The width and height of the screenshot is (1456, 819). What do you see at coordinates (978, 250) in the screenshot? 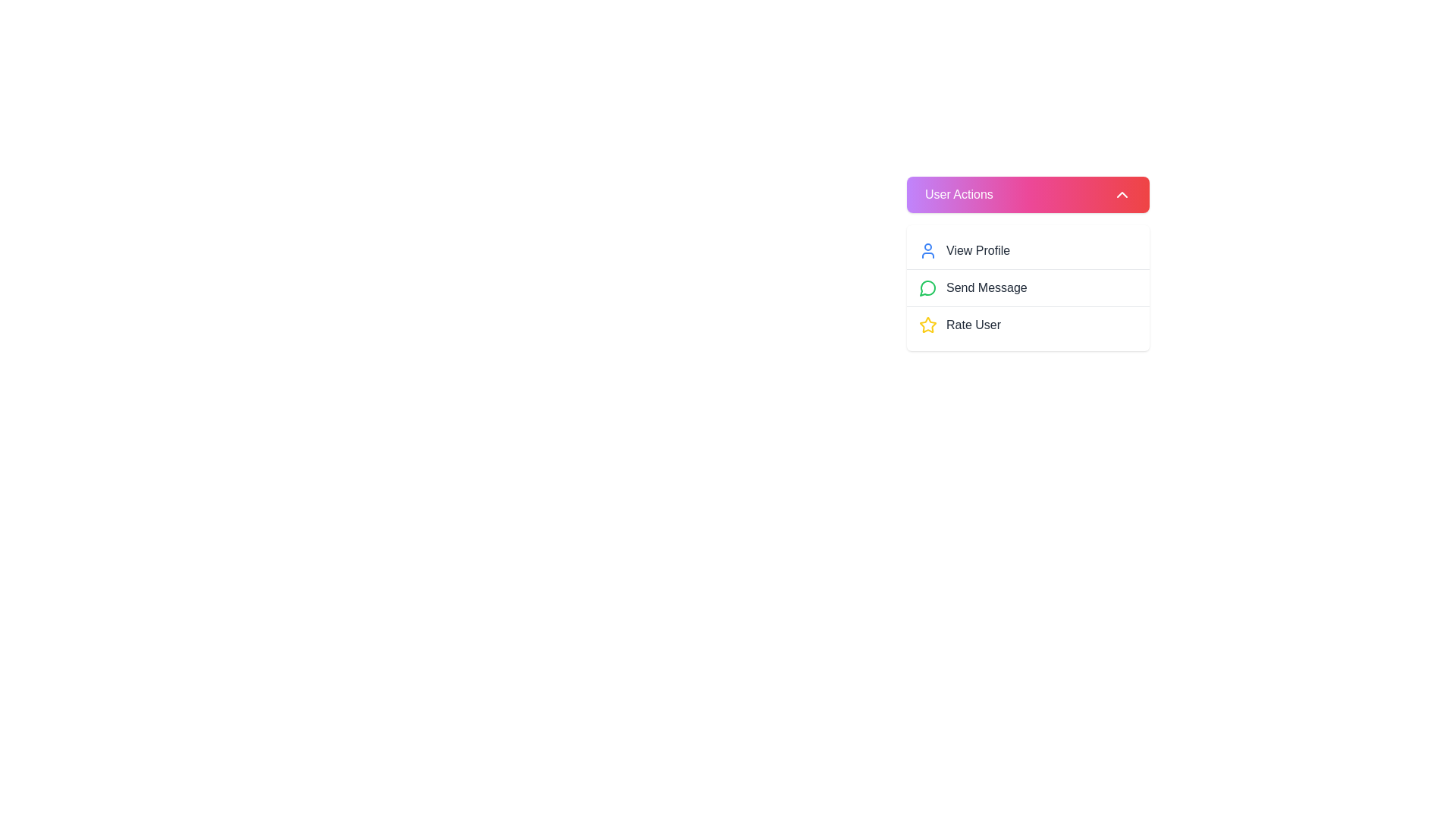
I see `the 'View Profile' text link located in the second row under 'User Actions'` at bounding box center [978, 250].